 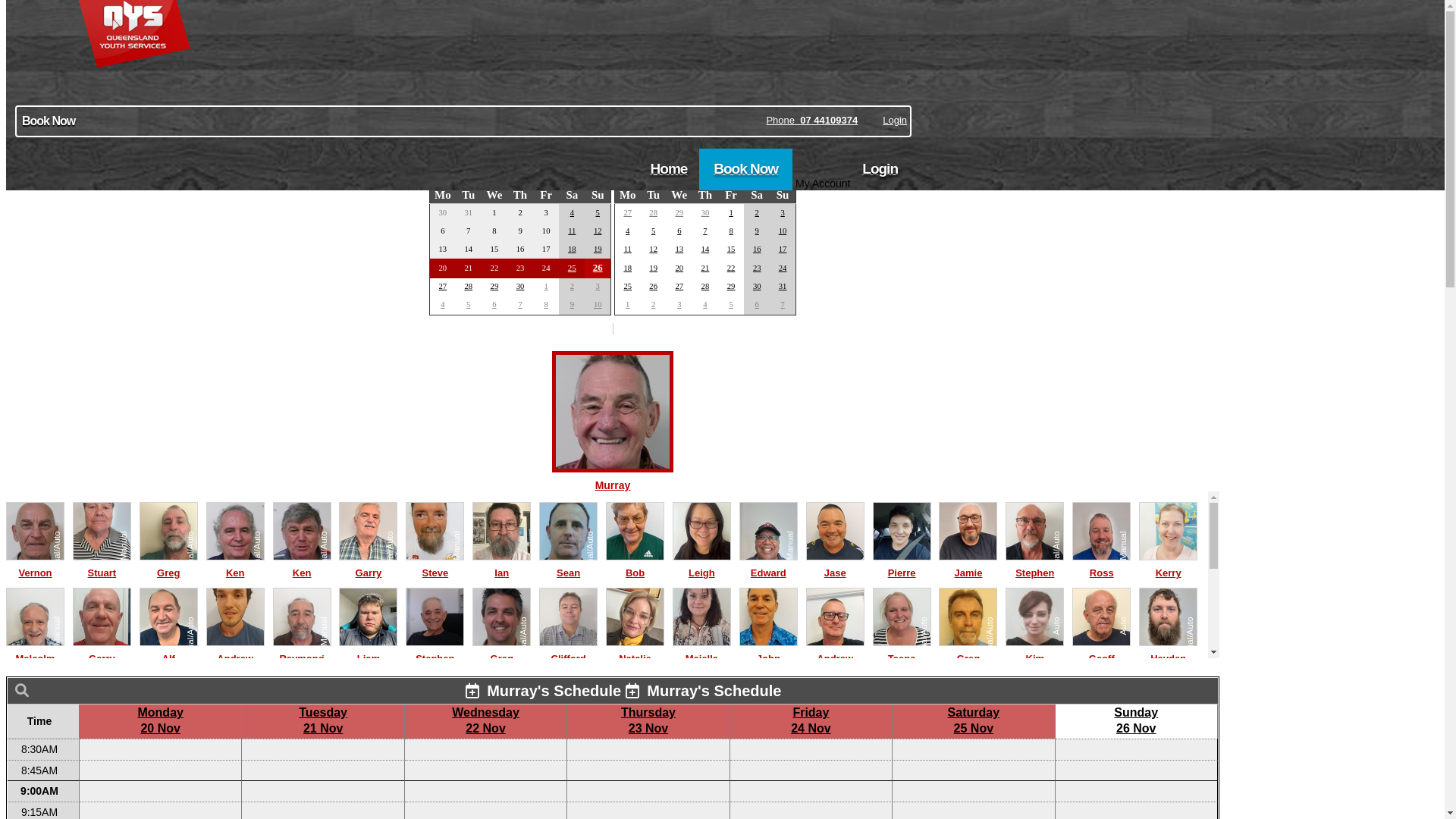 What do you see at coordinates (834, 565) in the screenshot?
I see `'Jase'` at bounding box center [834, 565].